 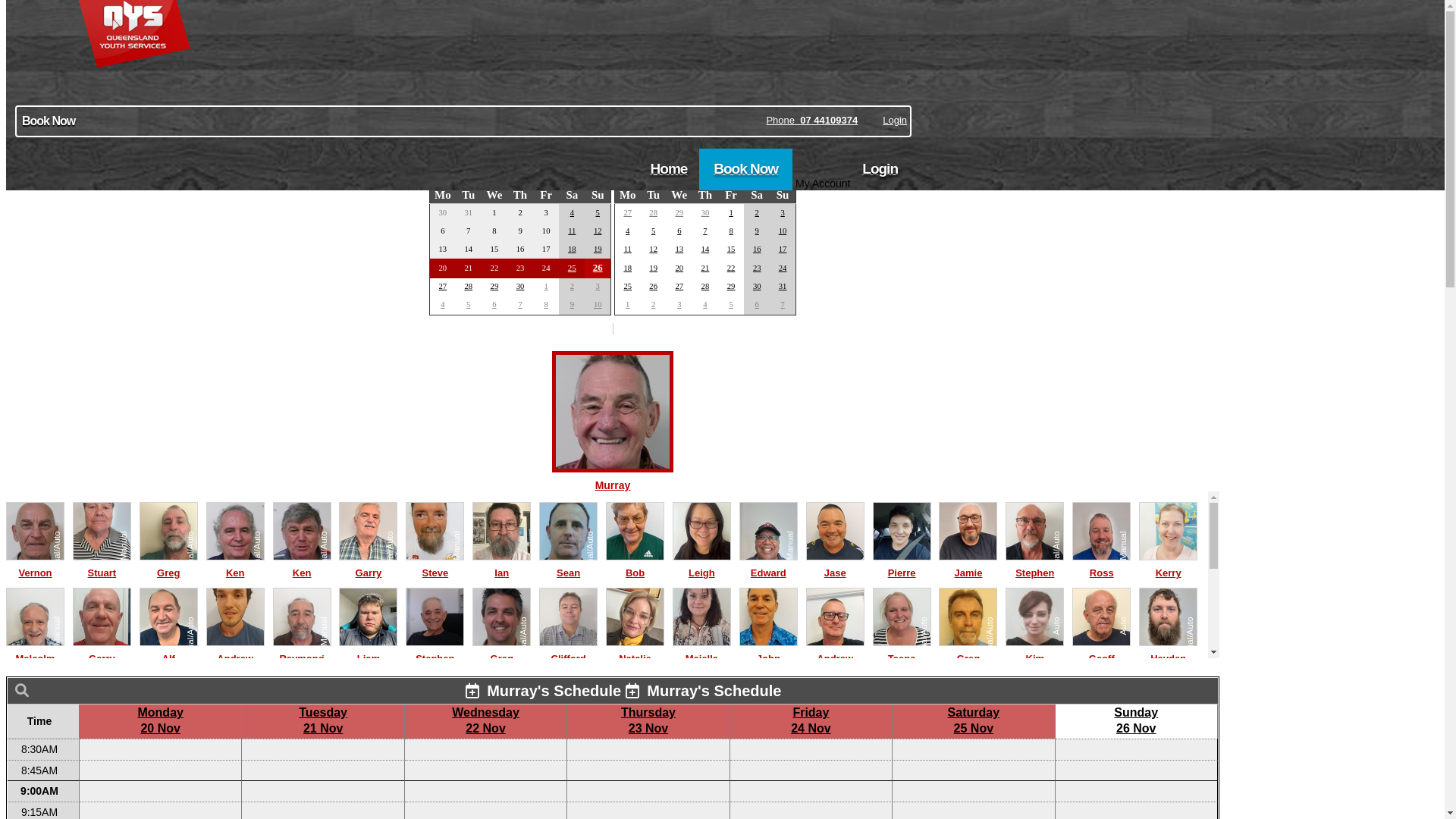 What do you see at coordinates (834, 565) in the screenshot?
I see `'Jase'` at bounding box center [834, 565].